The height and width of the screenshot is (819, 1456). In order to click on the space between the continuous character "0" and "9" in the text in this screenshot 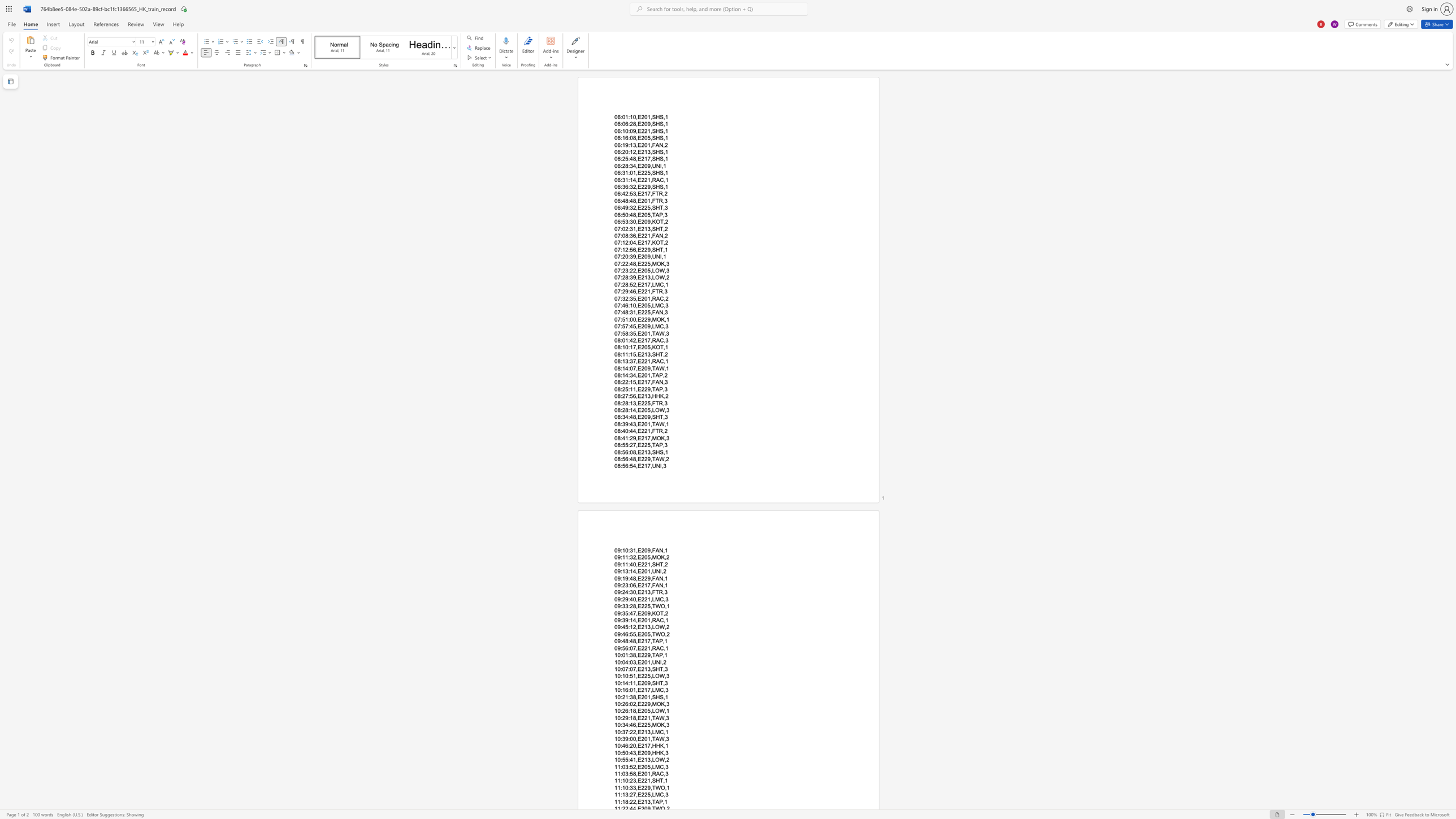, I will do `click(617, 578)`.